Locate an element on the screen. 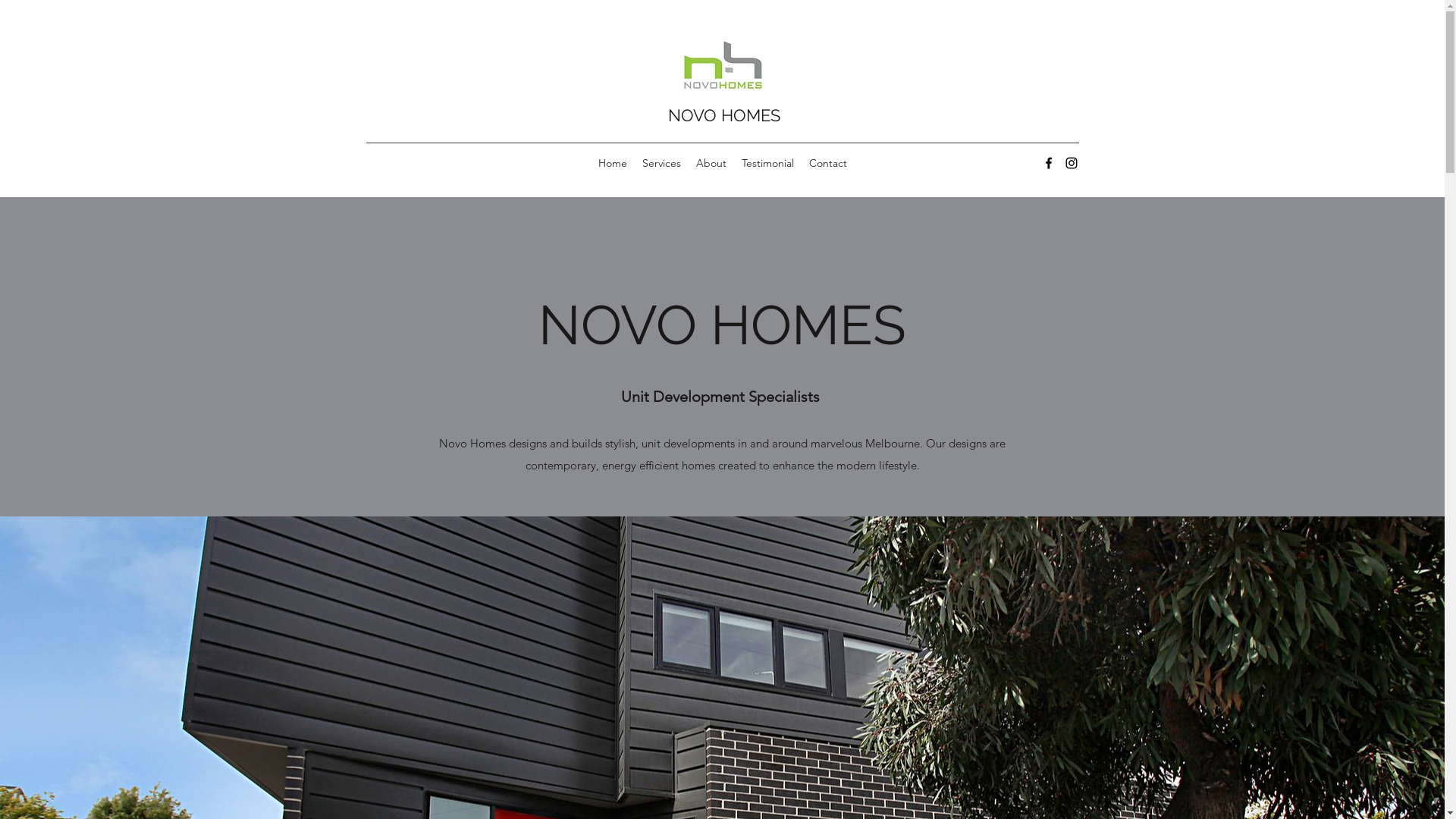 The image size is (1456, 819). 'NOVO HOMES' is located at coordinates (723, 114).